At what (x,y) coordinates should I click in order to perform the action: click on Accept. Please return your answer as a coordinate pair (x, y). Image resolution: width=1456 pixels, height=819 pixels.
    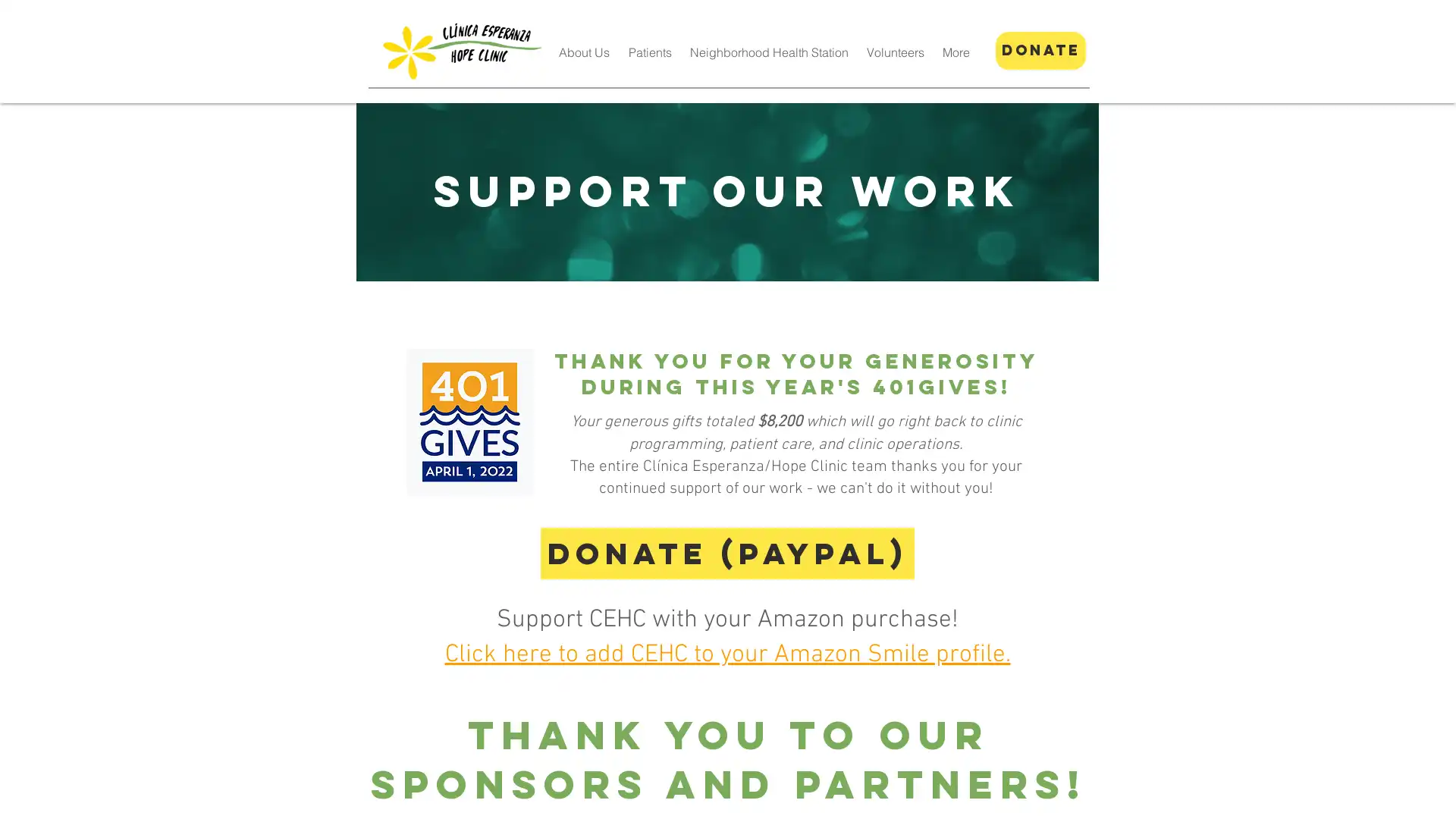
    Looking at the image, I should click on (1388, 794).